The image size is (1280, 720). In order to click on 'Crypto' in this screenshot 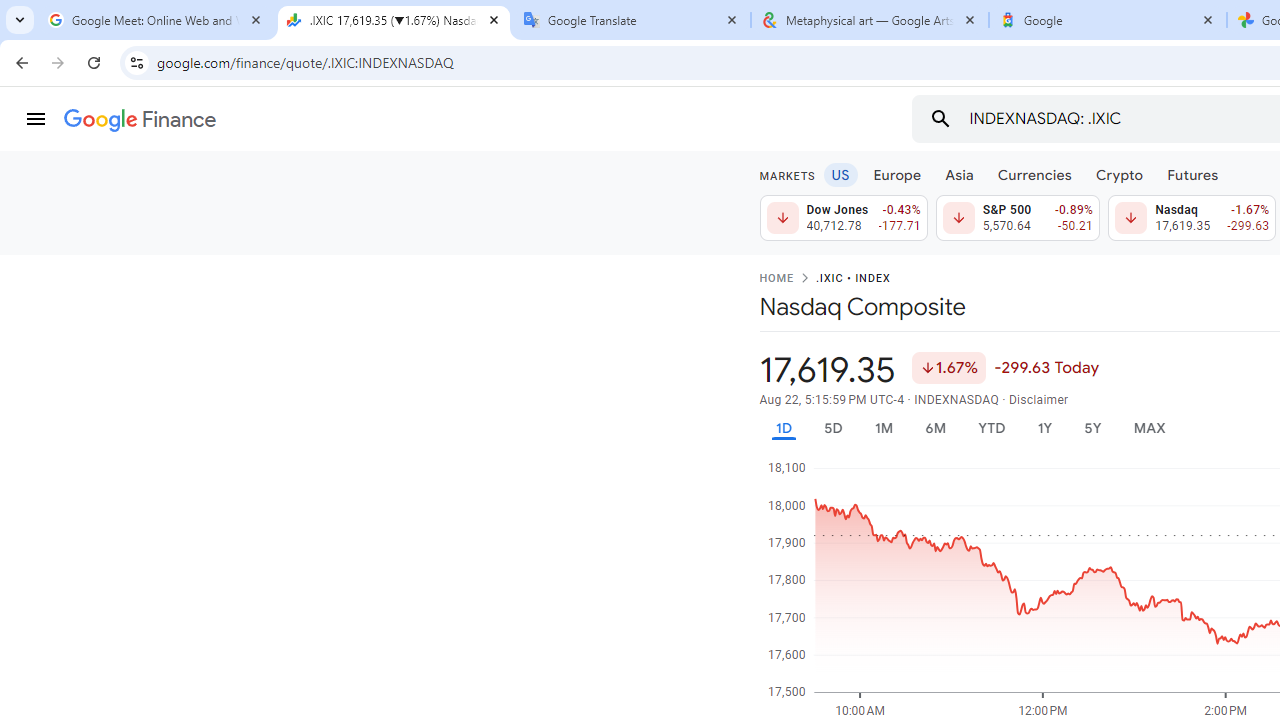, I will do `click(1118, 173)`.